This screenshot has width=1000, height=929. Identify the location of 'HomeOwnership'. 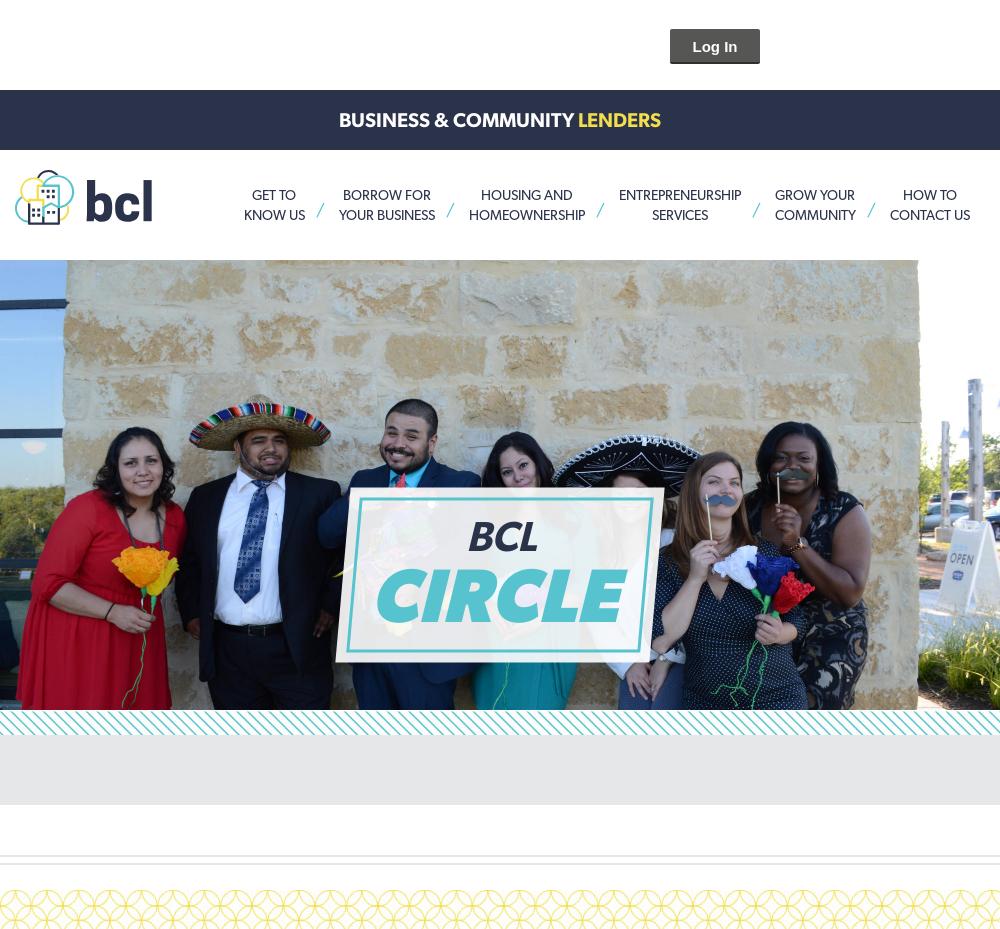
(526, 213).